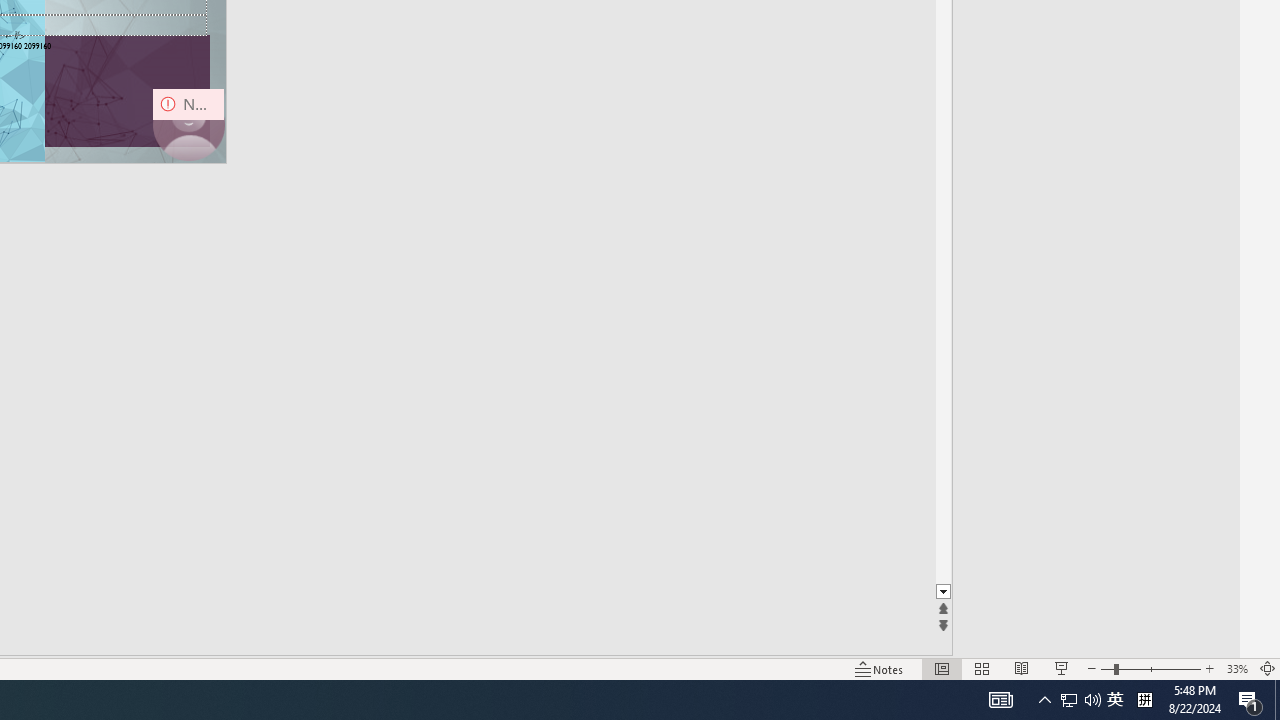  I want to click on 'Zoom 33%', so click(1236, 669).